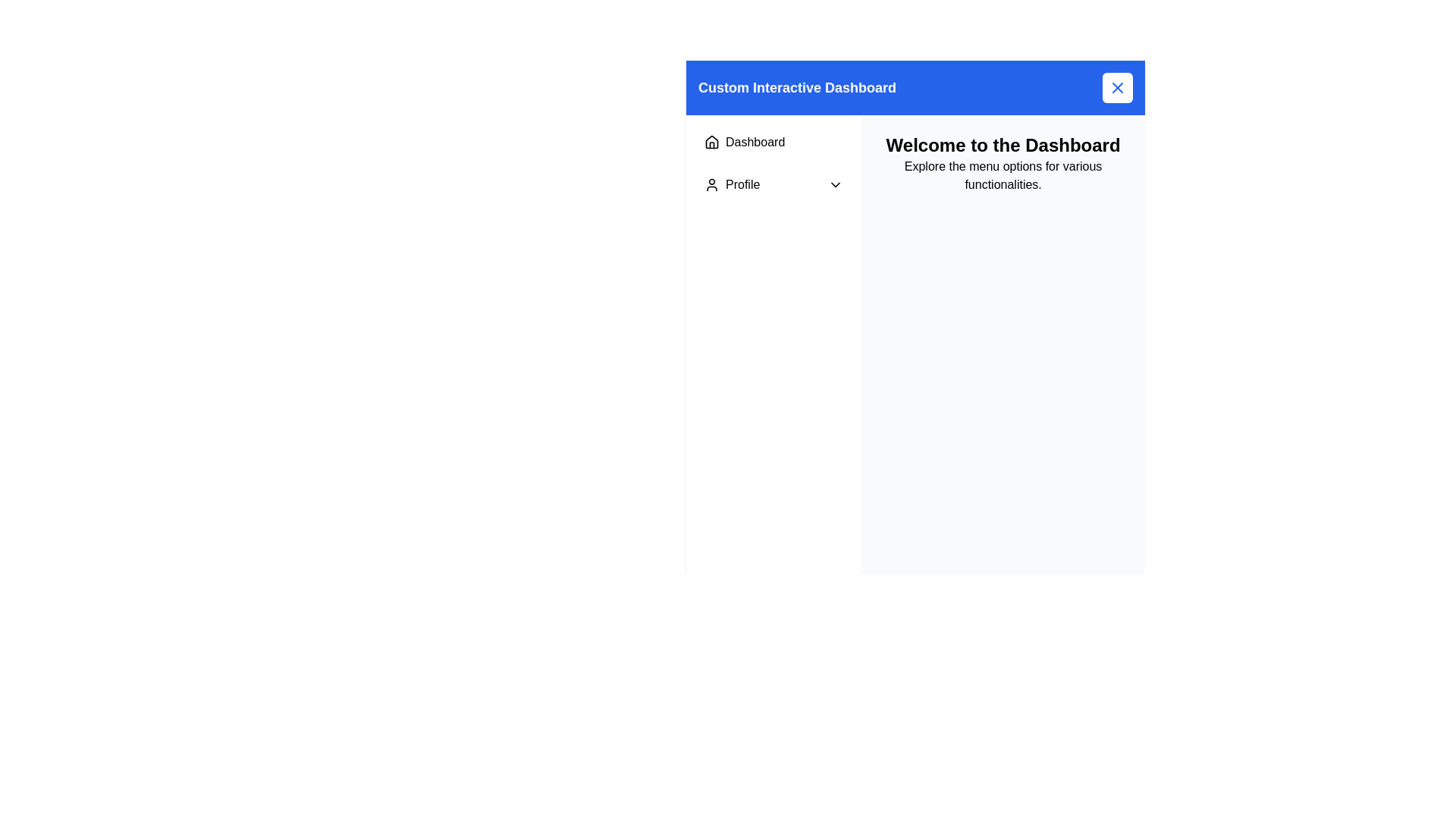  What do you see at coordinates (711, 143) in the screenshot?
I see `the house-shaped icon element, which is a minimalistic SVG graphic outlined in a dark hue, located directly to the left of the 'Dashboard' label in the left-side menu section` at bounding box center [711, 143].